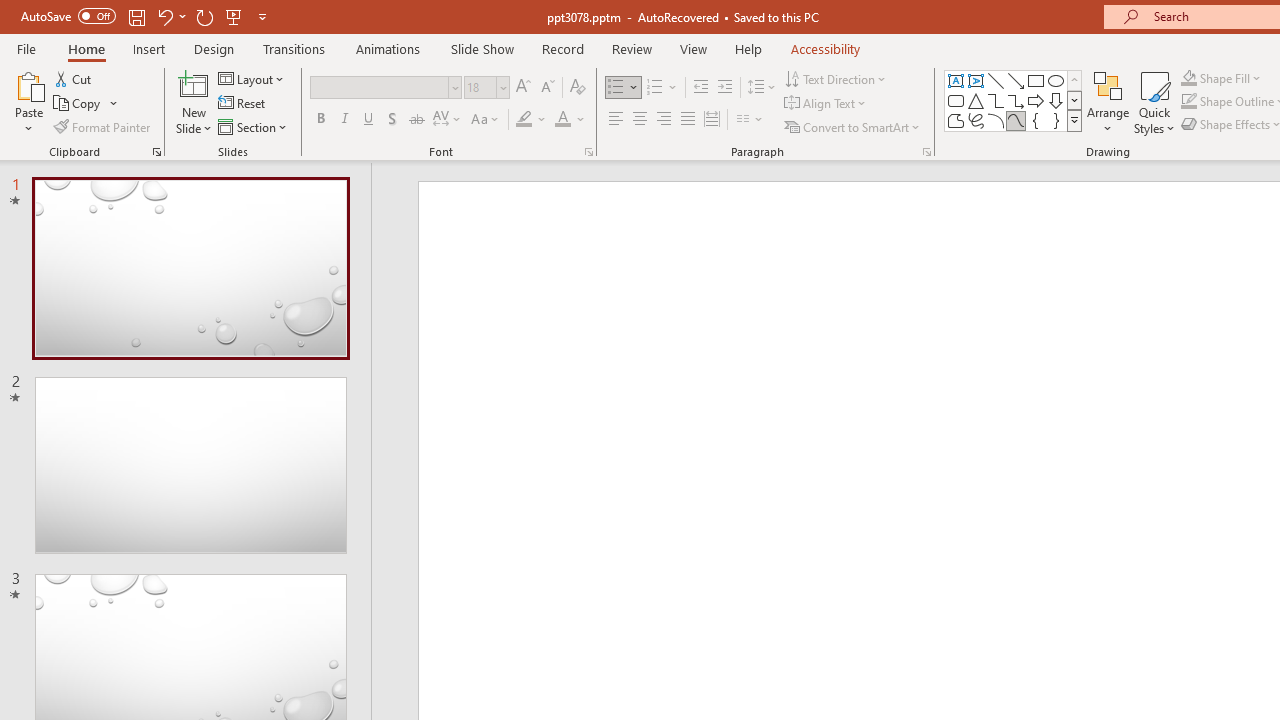  I want to click on 'Connector: Elbow Arrow', so click(1016, 100).